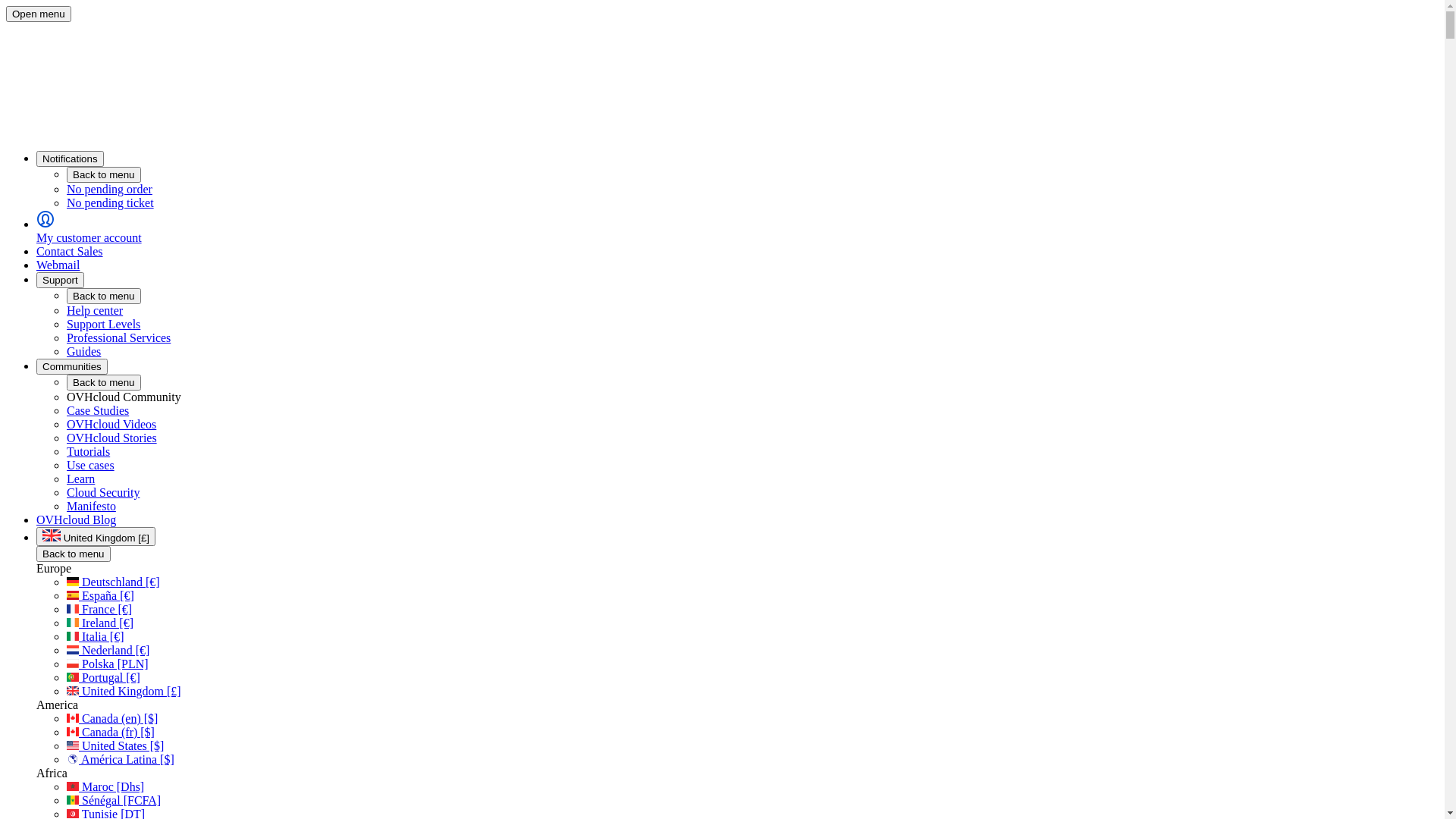 The height and width of the screenshot is (819, 1456). I want to click on 'Back to menu', so click(103, 174).